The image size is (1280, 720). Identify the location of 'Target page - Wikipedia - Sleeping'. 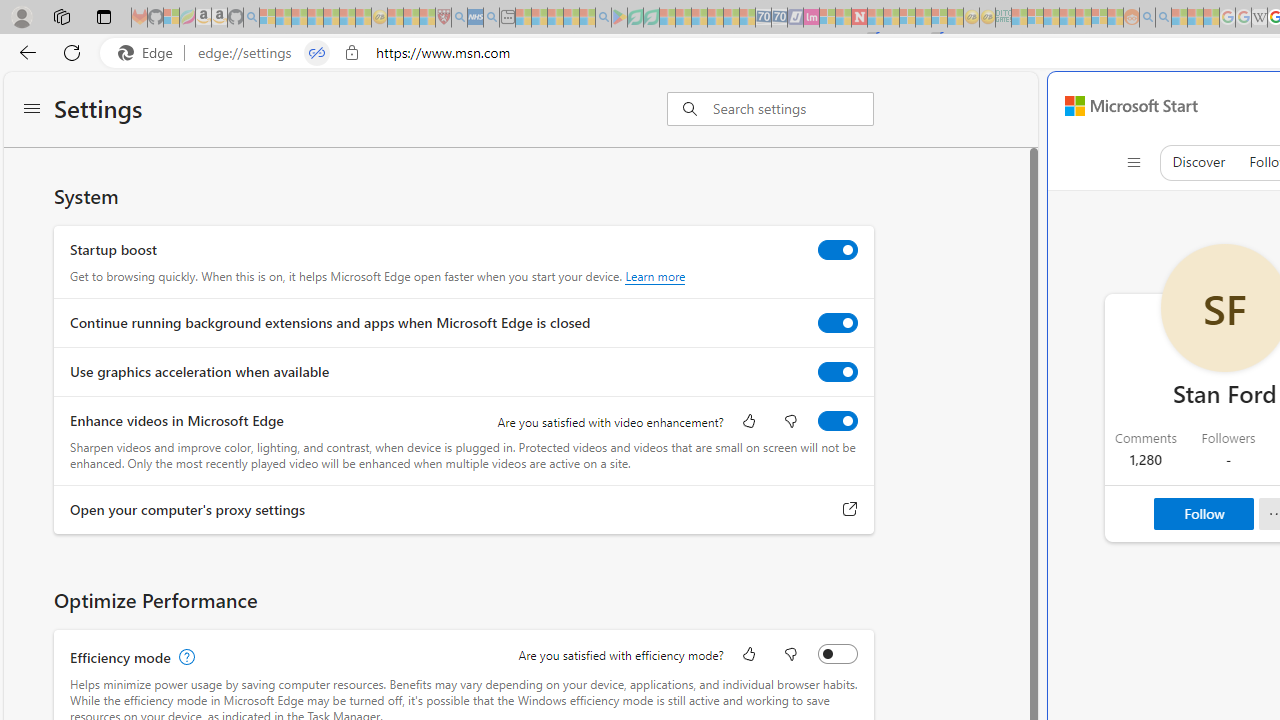
(1258, 17).